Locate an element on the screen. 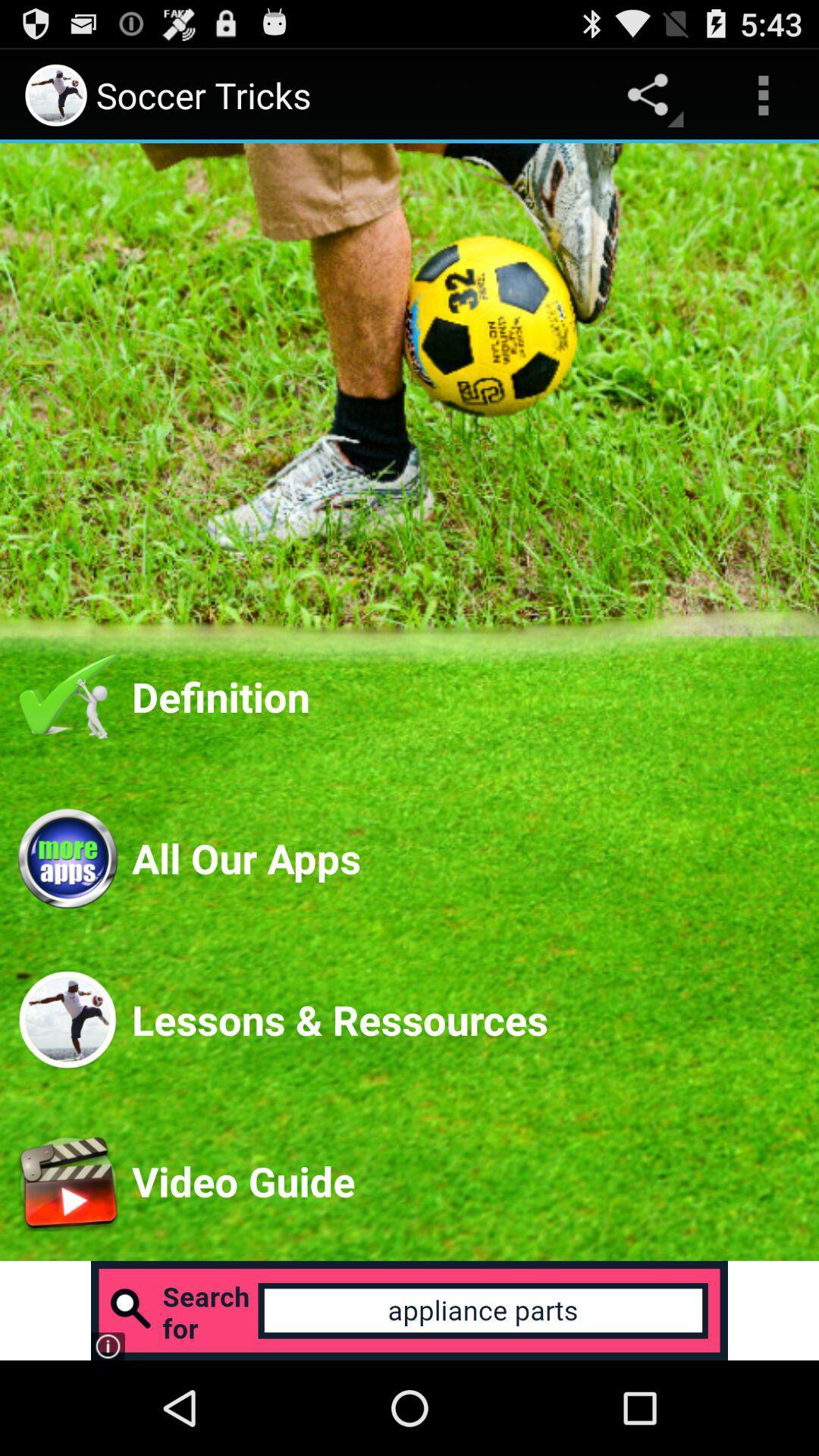 The width and height of the screenshot is (819, 1456). item above video guide app is located at coordinates (465, 1019).